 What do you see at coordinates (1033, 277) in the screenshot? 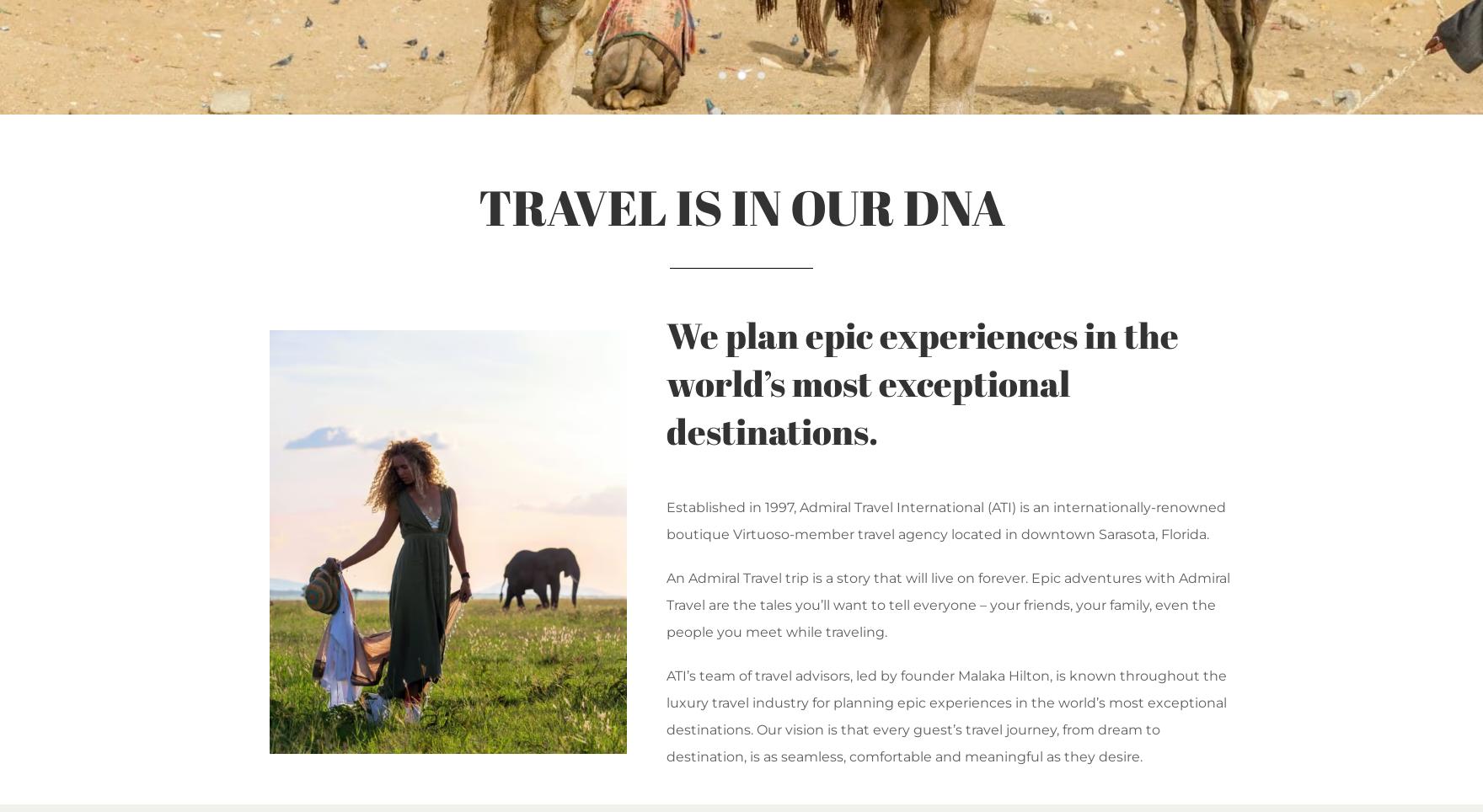
I see `'Contact Us'` at bounding box center [1033, 277].